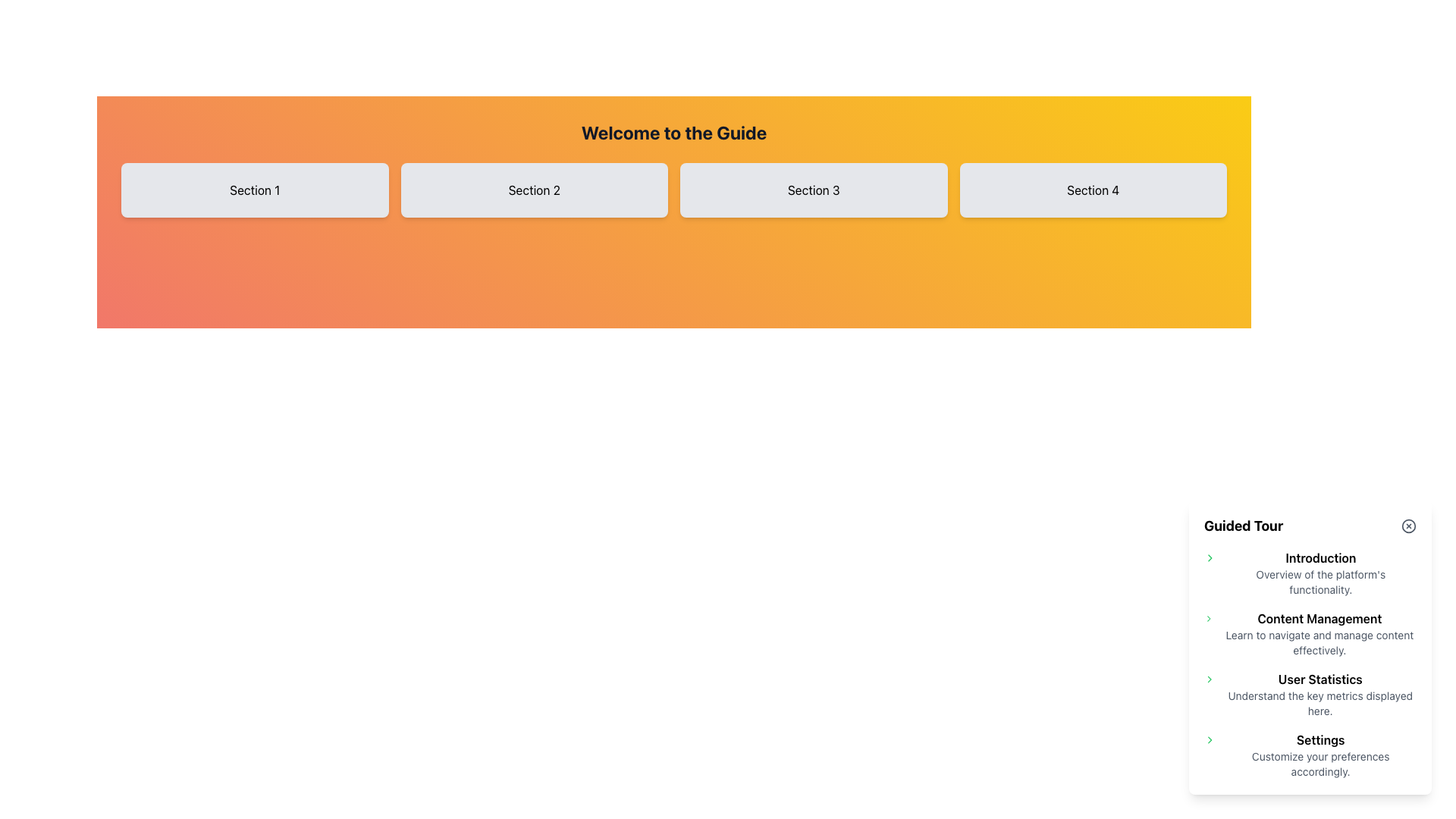  Describe the element at coordinates (1209, 678) in the screenshot. I see `the icon located to the left of the 'User Statistics' text in the 'Guided Tour' section` at that location.